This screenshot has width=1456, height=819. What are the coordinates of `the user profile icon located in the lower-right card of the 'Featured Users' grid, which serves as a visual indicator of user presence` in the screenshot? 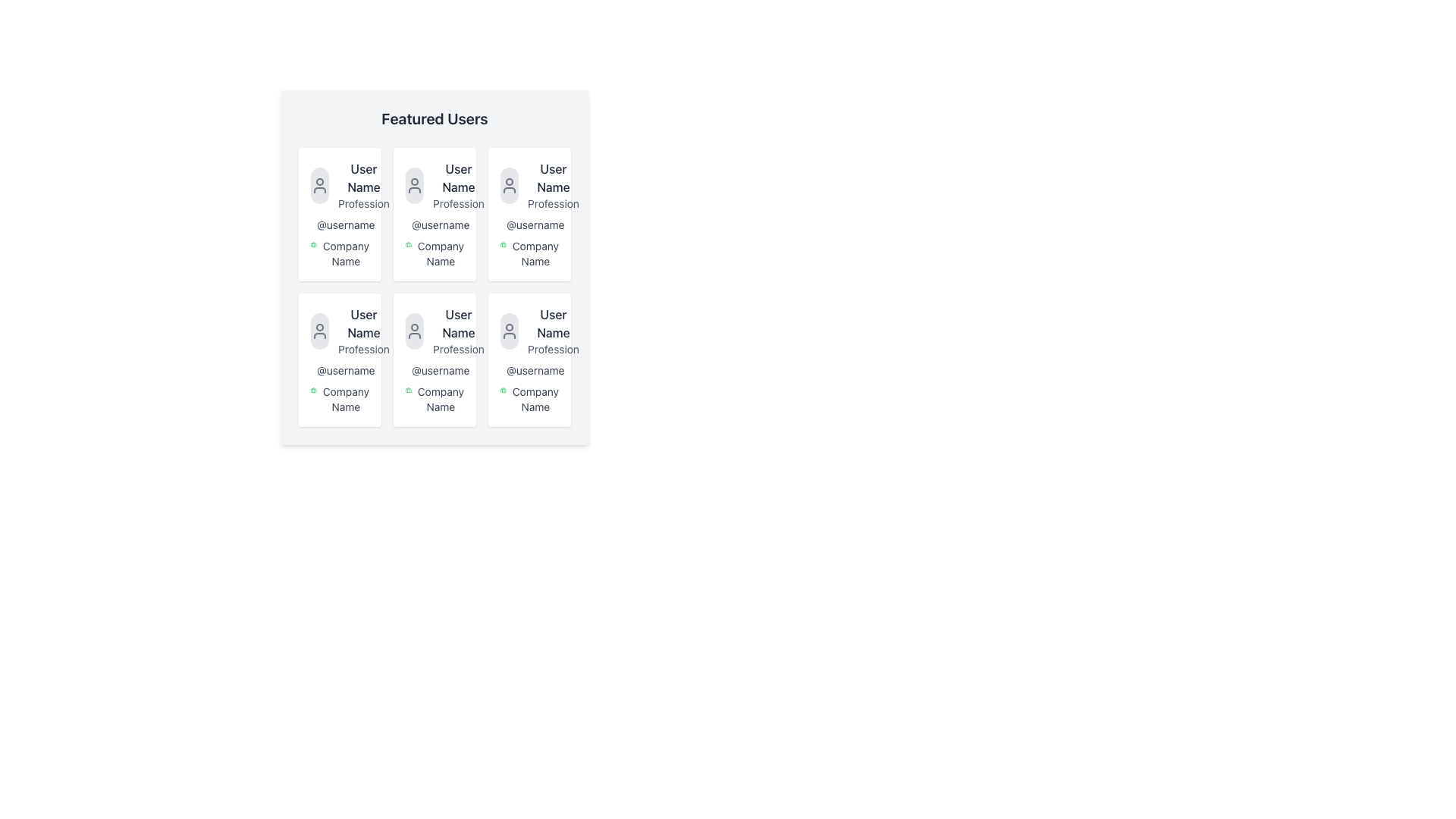 It's located at (510, 330).